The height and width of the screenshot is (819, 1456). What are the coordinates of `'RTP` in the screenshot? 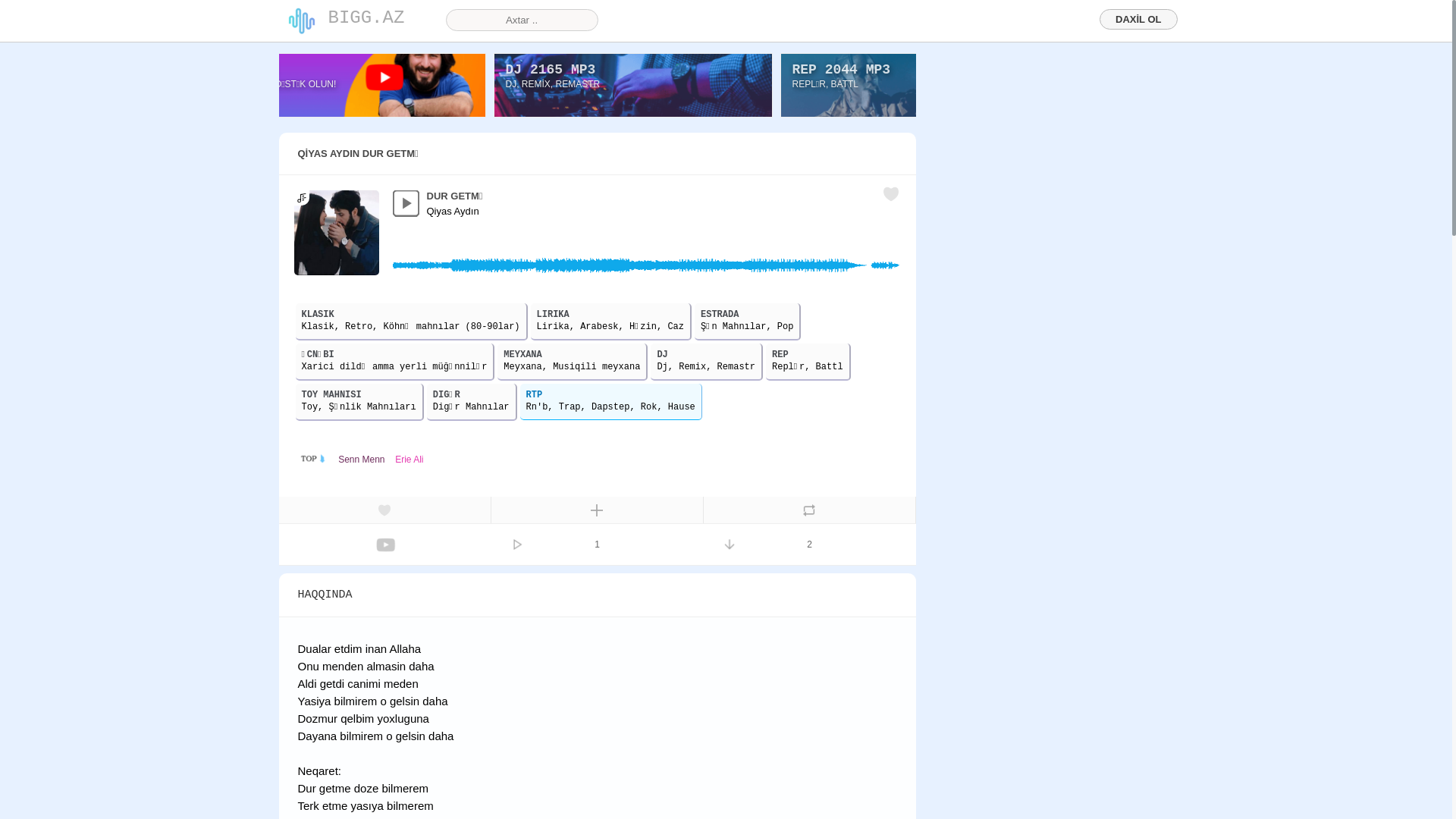 It's located at (611, 400).